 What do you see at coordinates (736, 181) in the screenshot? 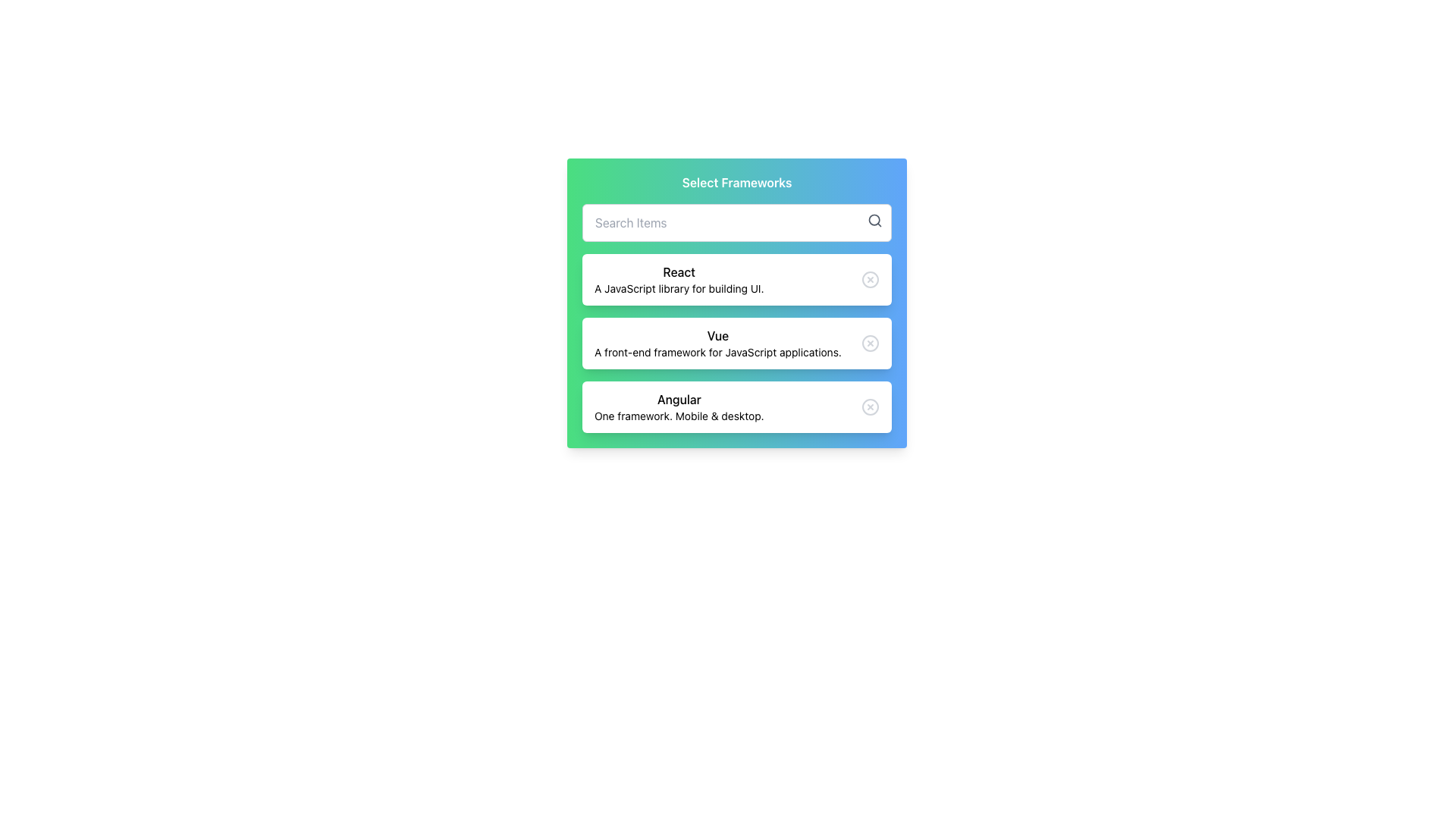
I see `the title label indicating the selection of frameworks, which is positioned above the search bar and the list items for 'React', 'Vue', and 'Angular'` at bounding box center [736, 181].